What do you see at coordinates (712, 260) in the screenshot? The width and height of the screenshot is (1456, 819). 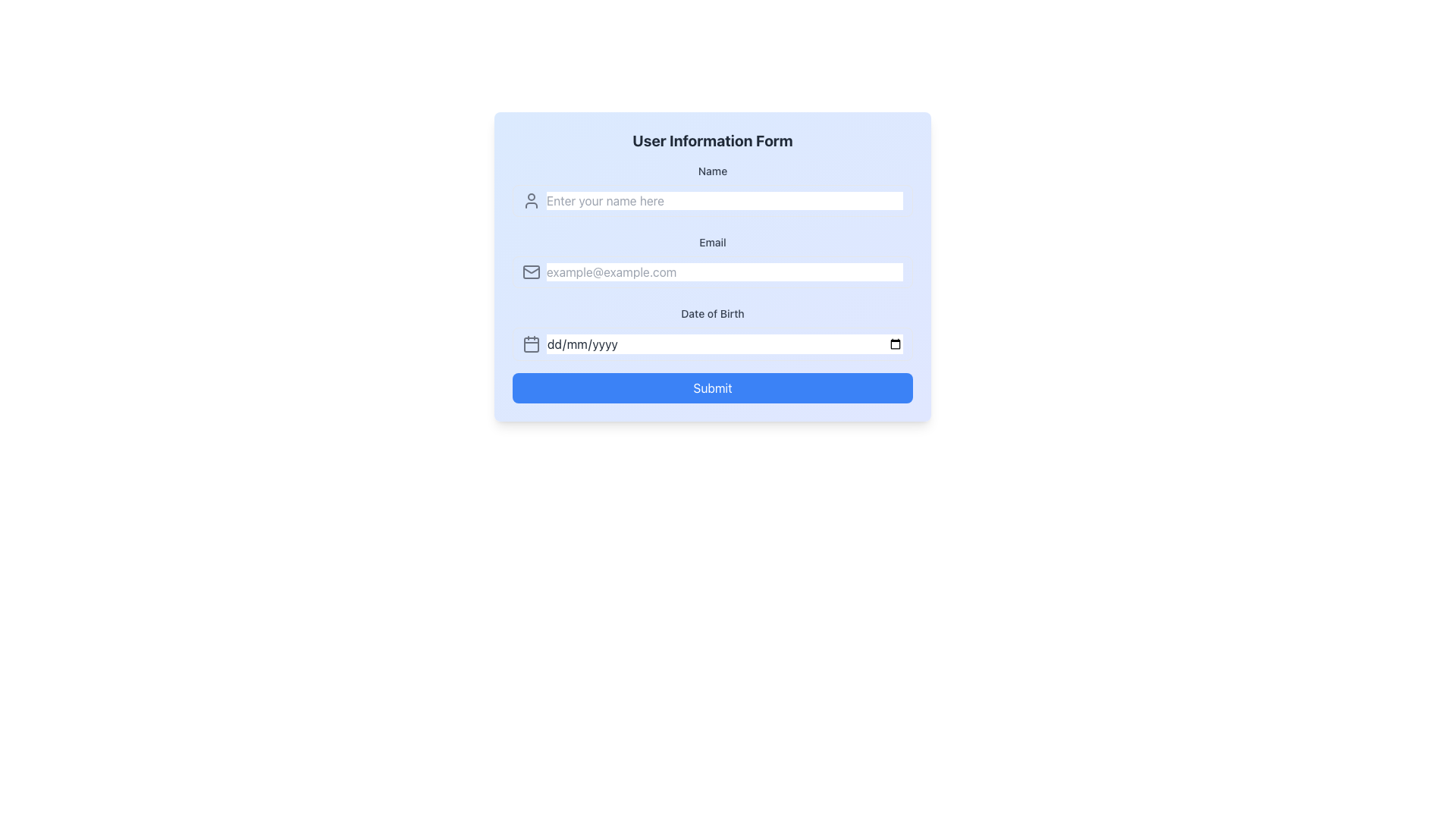 I see `the email input field, which is the second input field in the form layout, to focus on it` at bounding box center [712, 260].